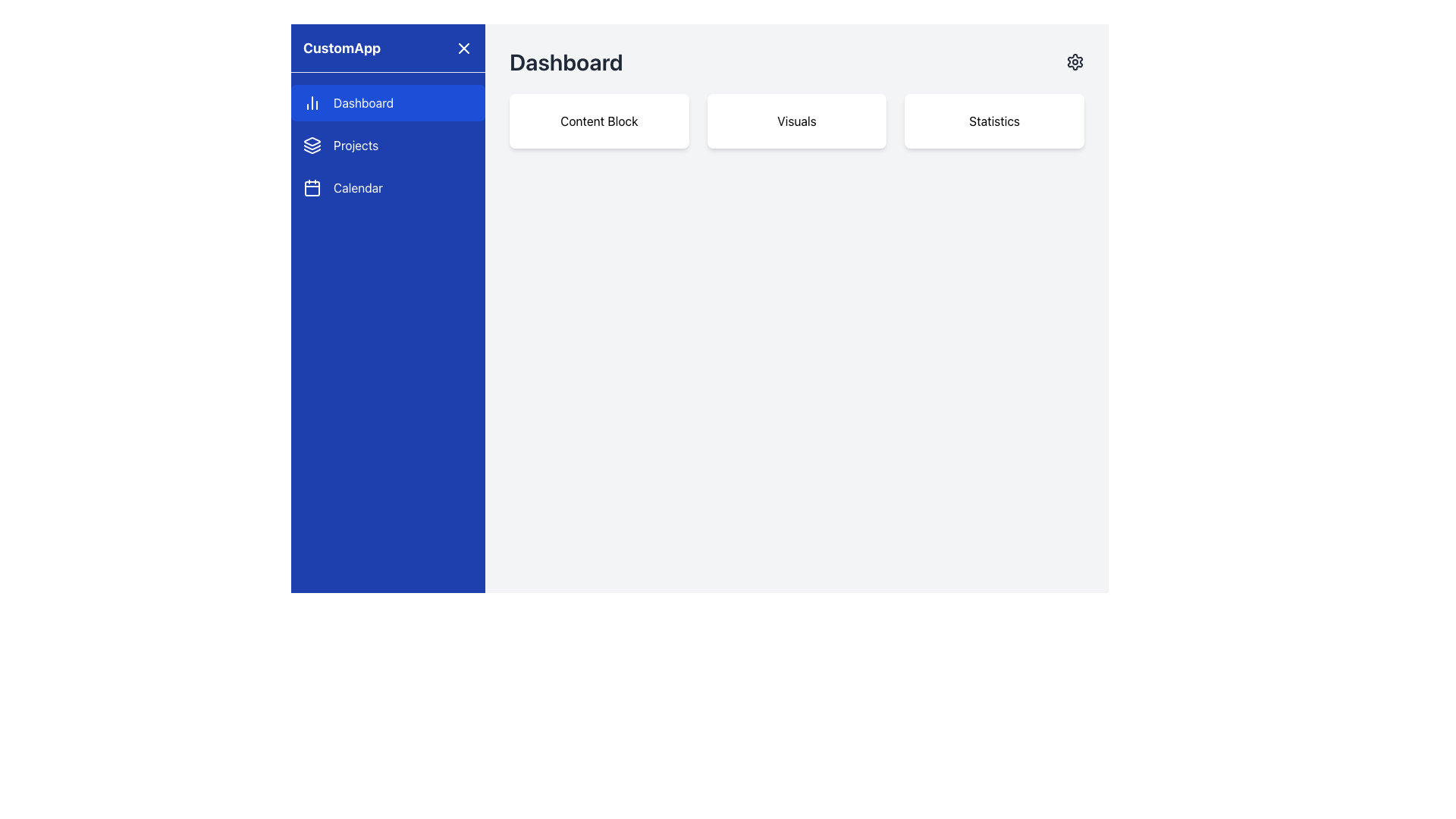  What do you see at coordinates (796, 120) in the screenshot?
I see `the 'Visuals' block in the grid layout` at bounding box center [796, 120].